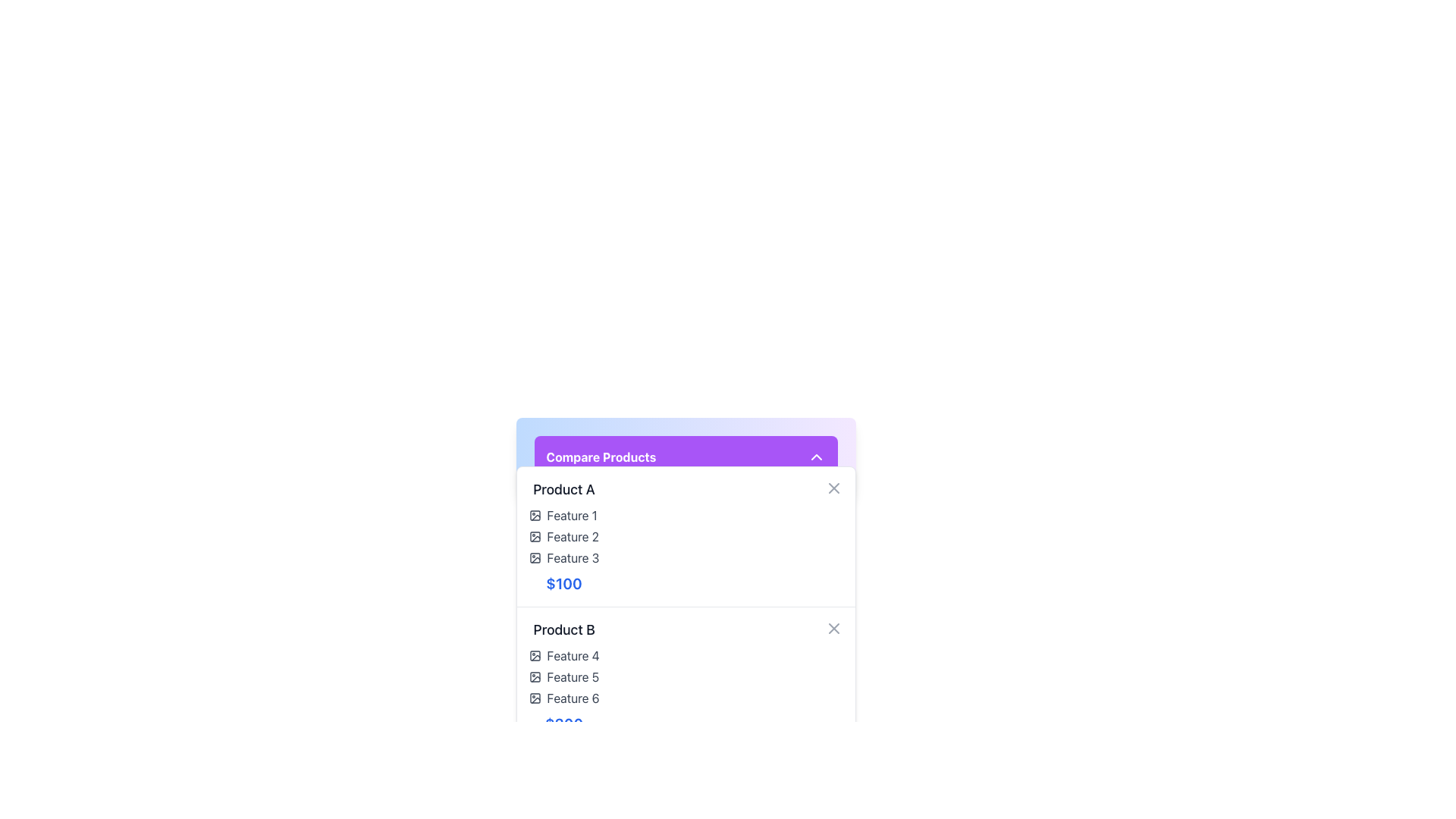 The image size is (1456, 819). What do you see at coordinates (563, 654) in the screenshot?
I see `the first item in the list of features under 'Product B' that represents an attribute or feature associated with a product` at bounding box center [563, 654].